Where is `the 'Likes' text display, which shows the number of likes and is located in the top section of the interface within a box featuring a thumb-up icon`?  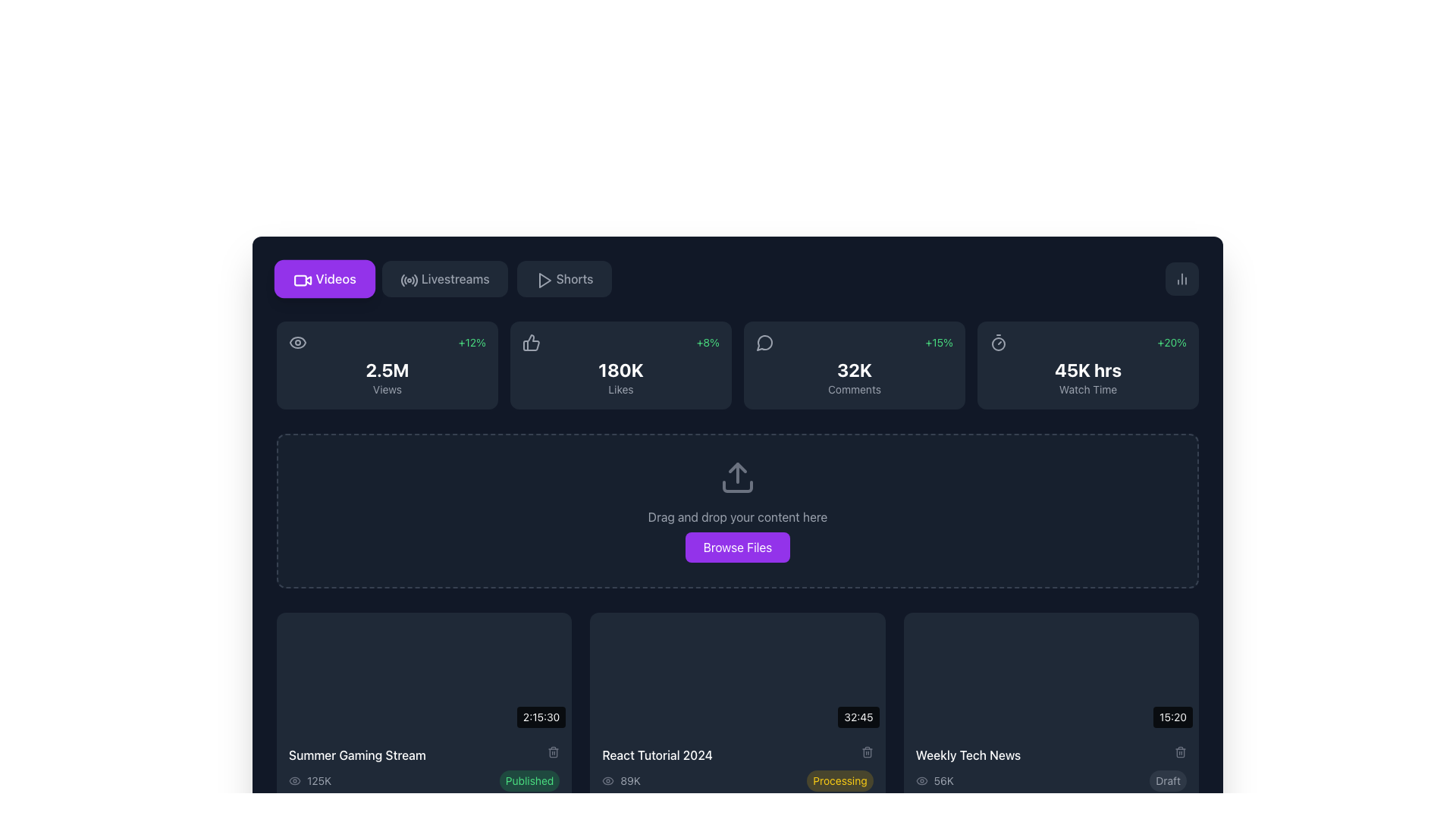 the 'Likes' text display, which shows the number of likes and is located in the top section of the interface within a box featuring a thumb-up icon is located at coordinates (621, 370).